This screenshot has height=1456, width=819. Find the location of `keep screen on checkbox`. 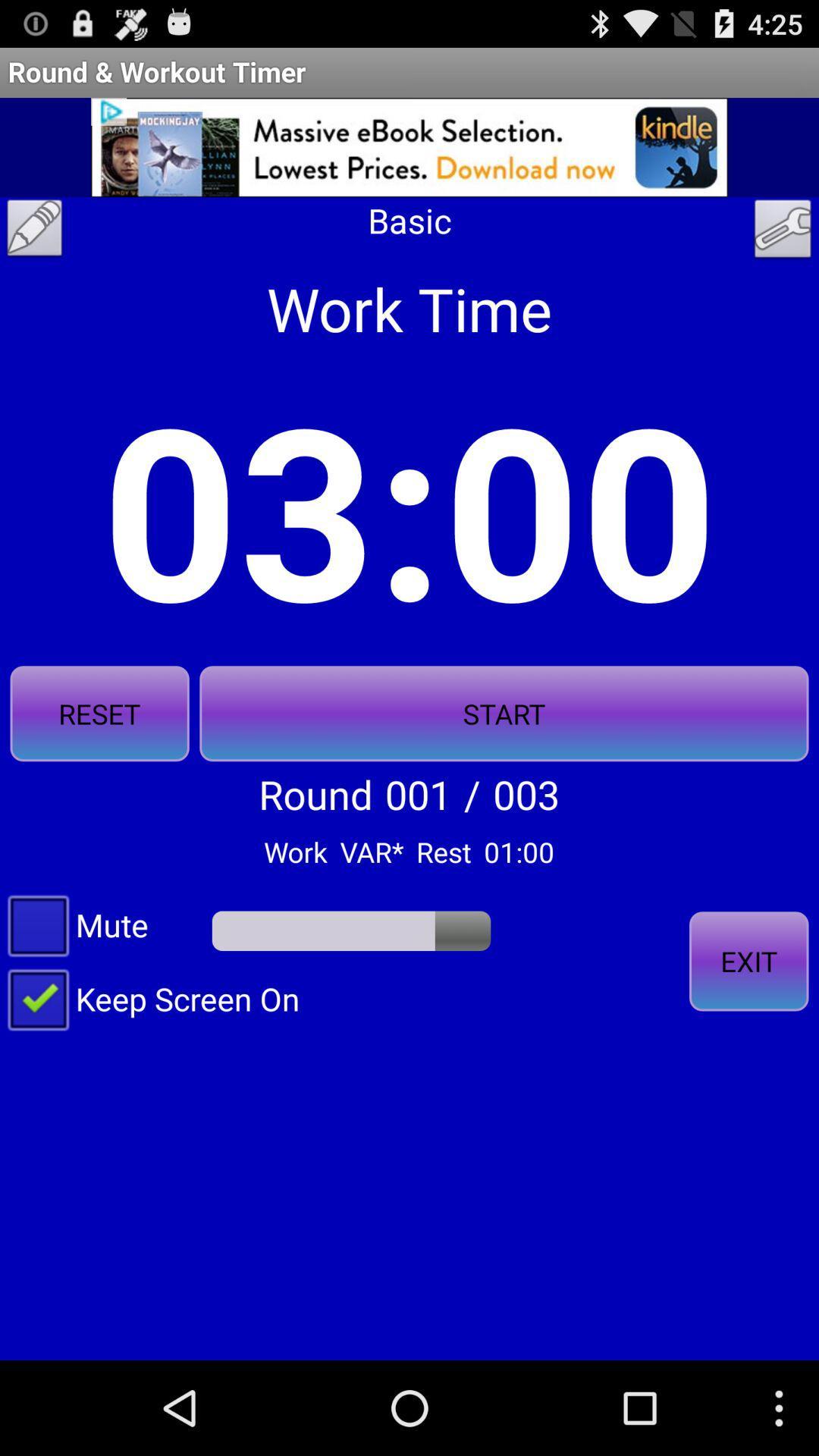

keep screen on checkbox is located at coordinates (149, 998).